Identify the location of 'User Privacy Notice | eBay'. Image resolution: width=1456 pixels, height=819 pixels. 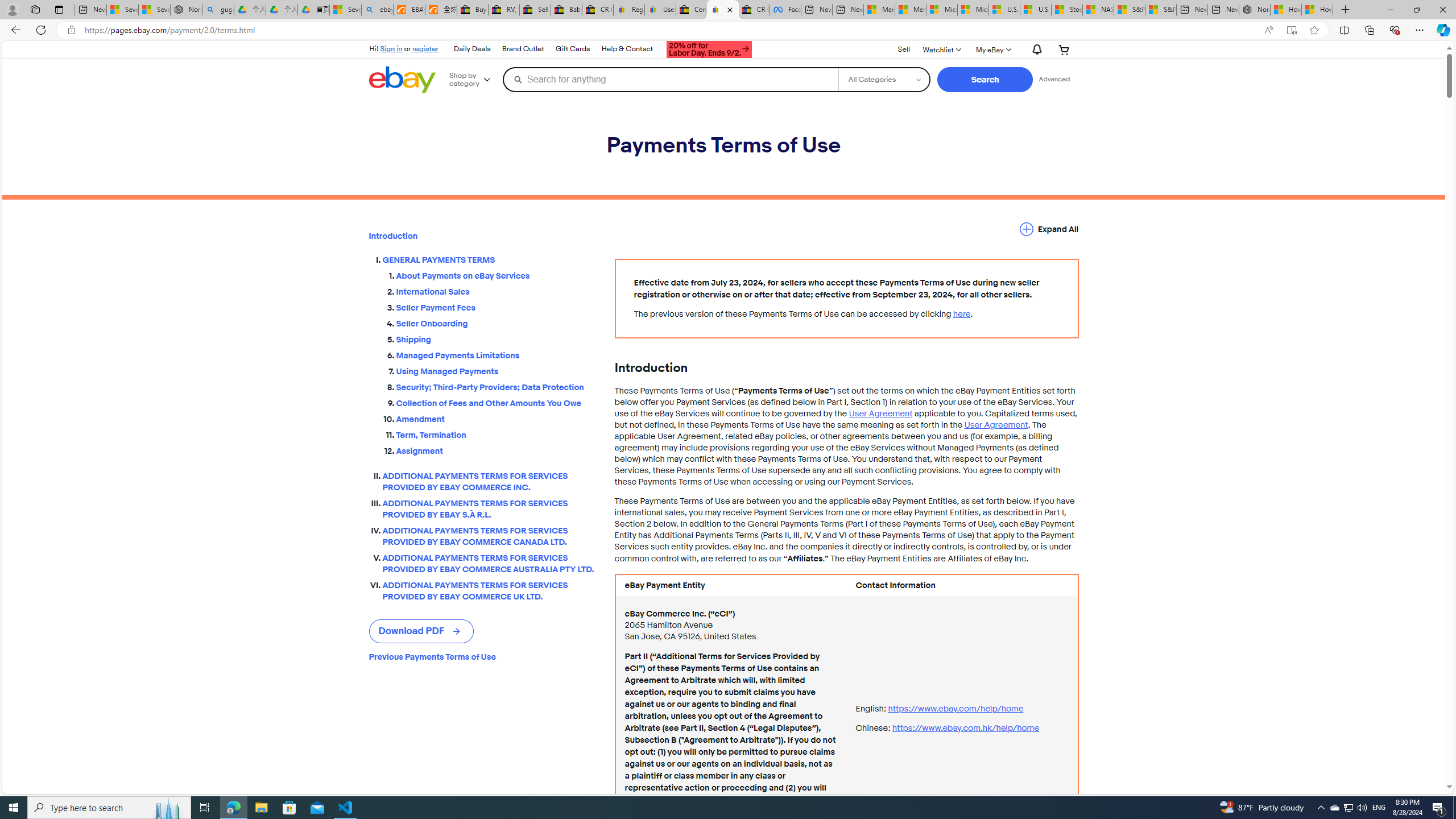
(659, 9).